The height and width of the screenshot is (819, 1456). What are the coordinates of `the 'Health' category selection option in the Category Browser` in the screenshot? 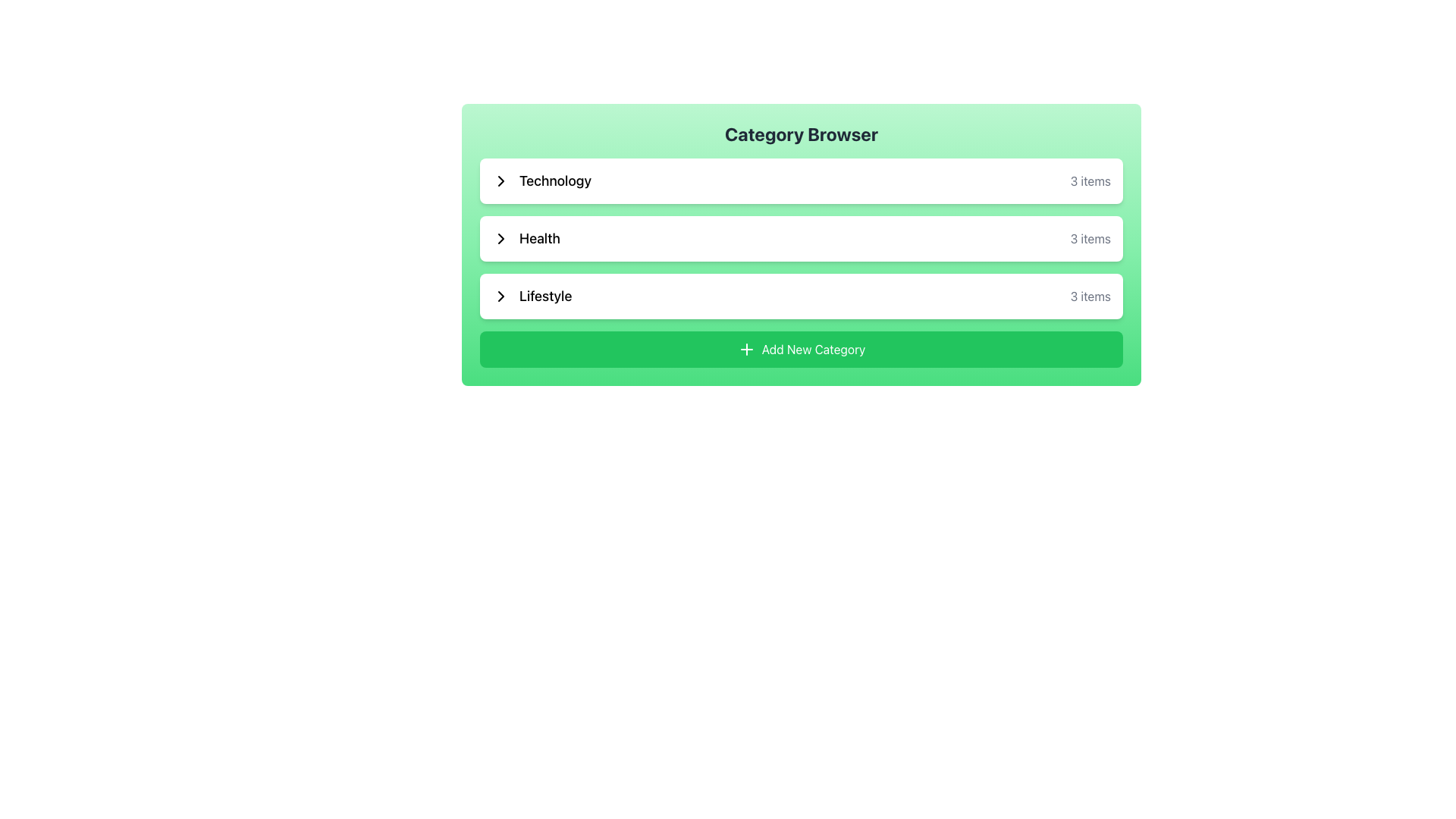 It's located at (800, 244).